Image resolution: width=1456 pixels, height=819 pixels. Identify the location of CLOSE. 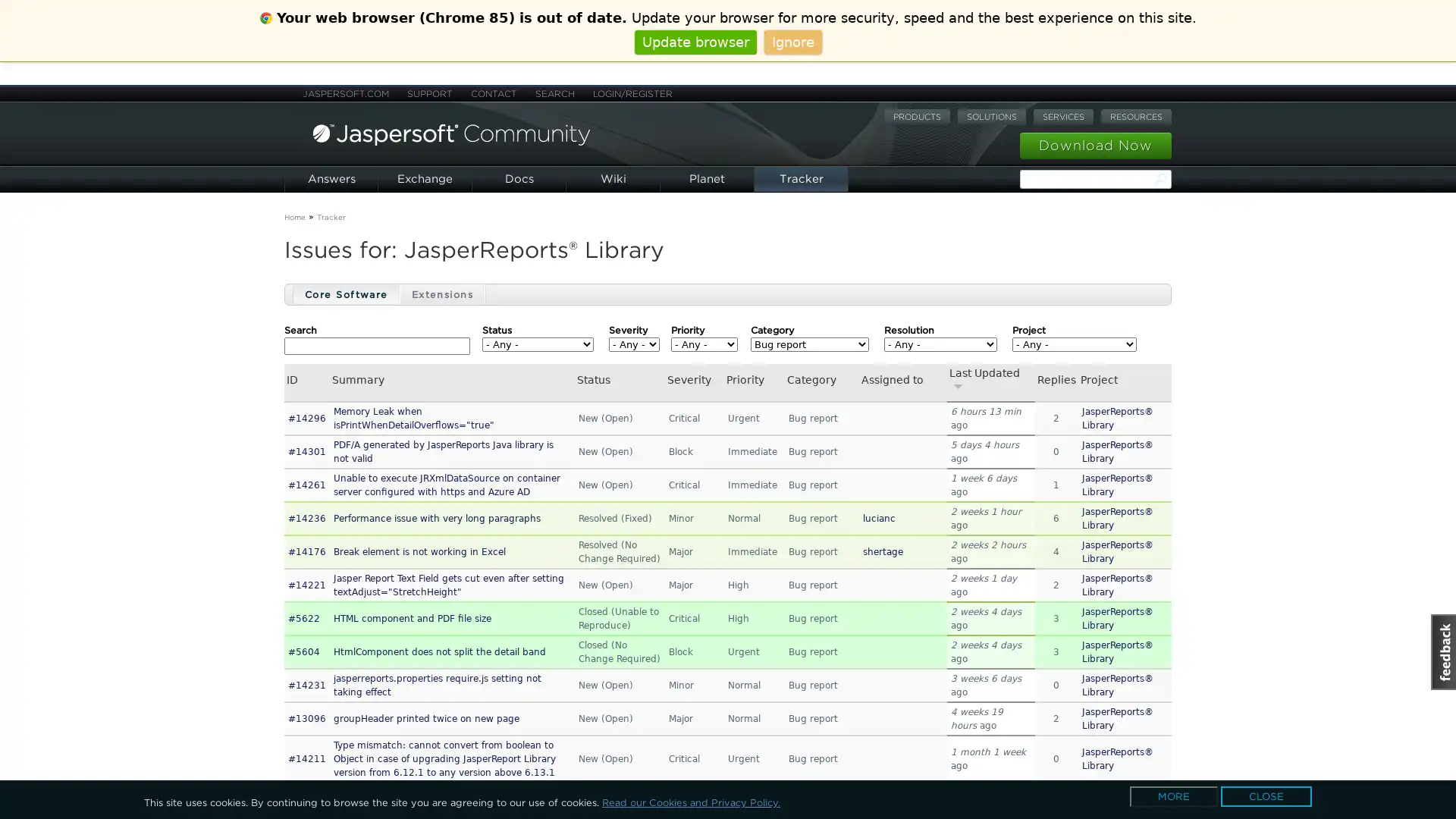
(1266, 795).